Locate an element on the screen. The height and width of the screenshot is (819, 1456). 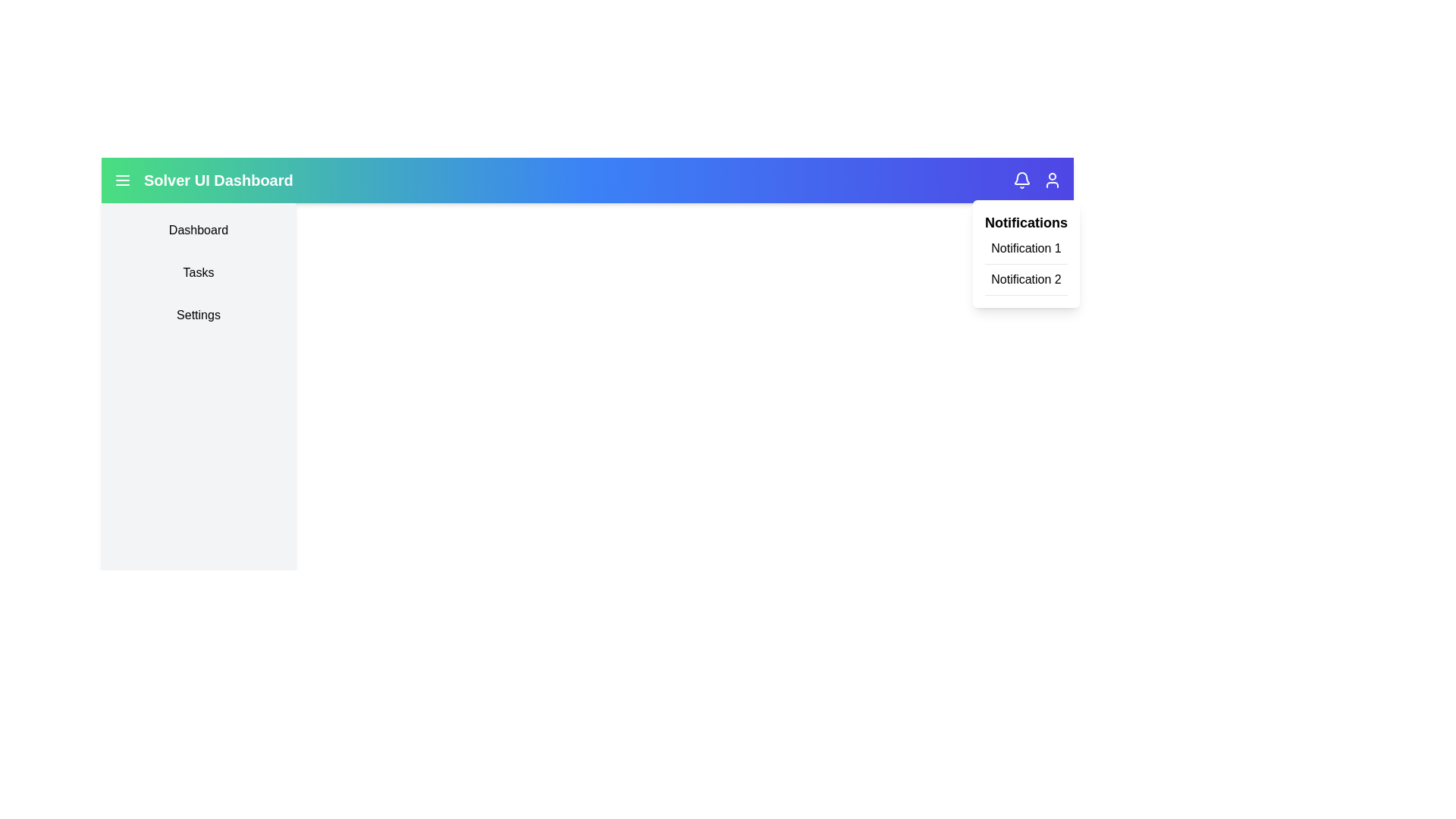
the user profile icon button located at the far-right of the navigation bar is located at coordinates (1051, 180).